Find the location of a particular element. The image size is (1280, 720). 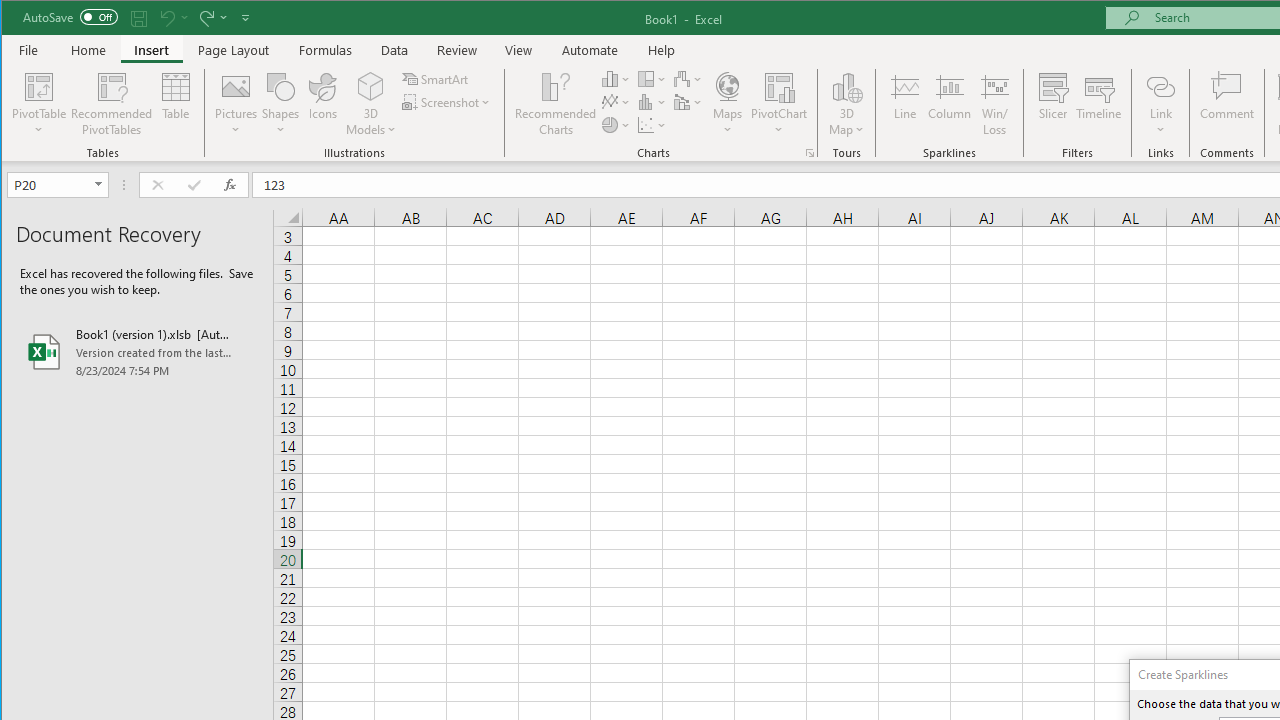

'Win/Loss' is located at coordinates (995, 104).